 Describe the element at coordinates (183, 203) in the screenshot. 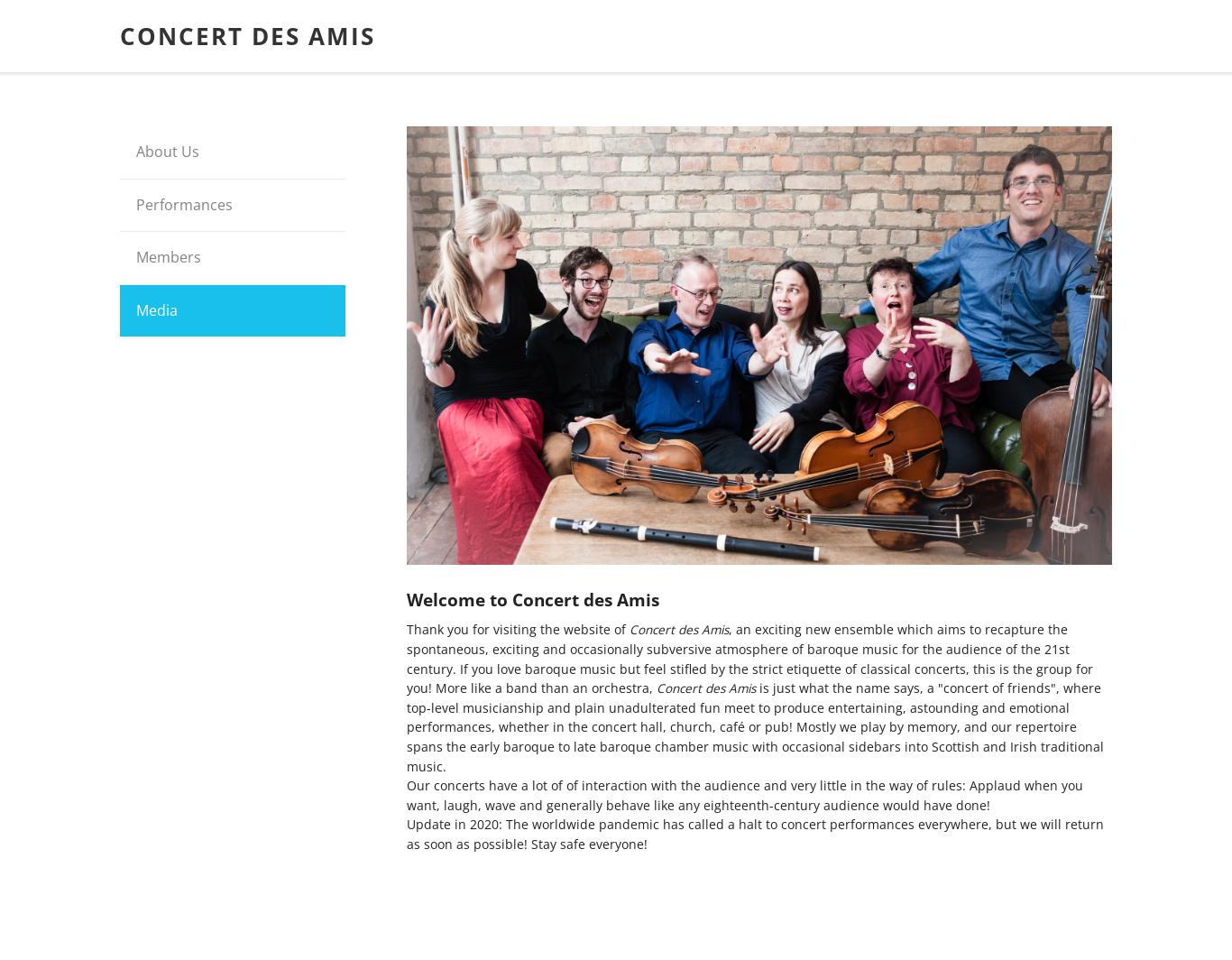

I see `'Performances'` at that location.